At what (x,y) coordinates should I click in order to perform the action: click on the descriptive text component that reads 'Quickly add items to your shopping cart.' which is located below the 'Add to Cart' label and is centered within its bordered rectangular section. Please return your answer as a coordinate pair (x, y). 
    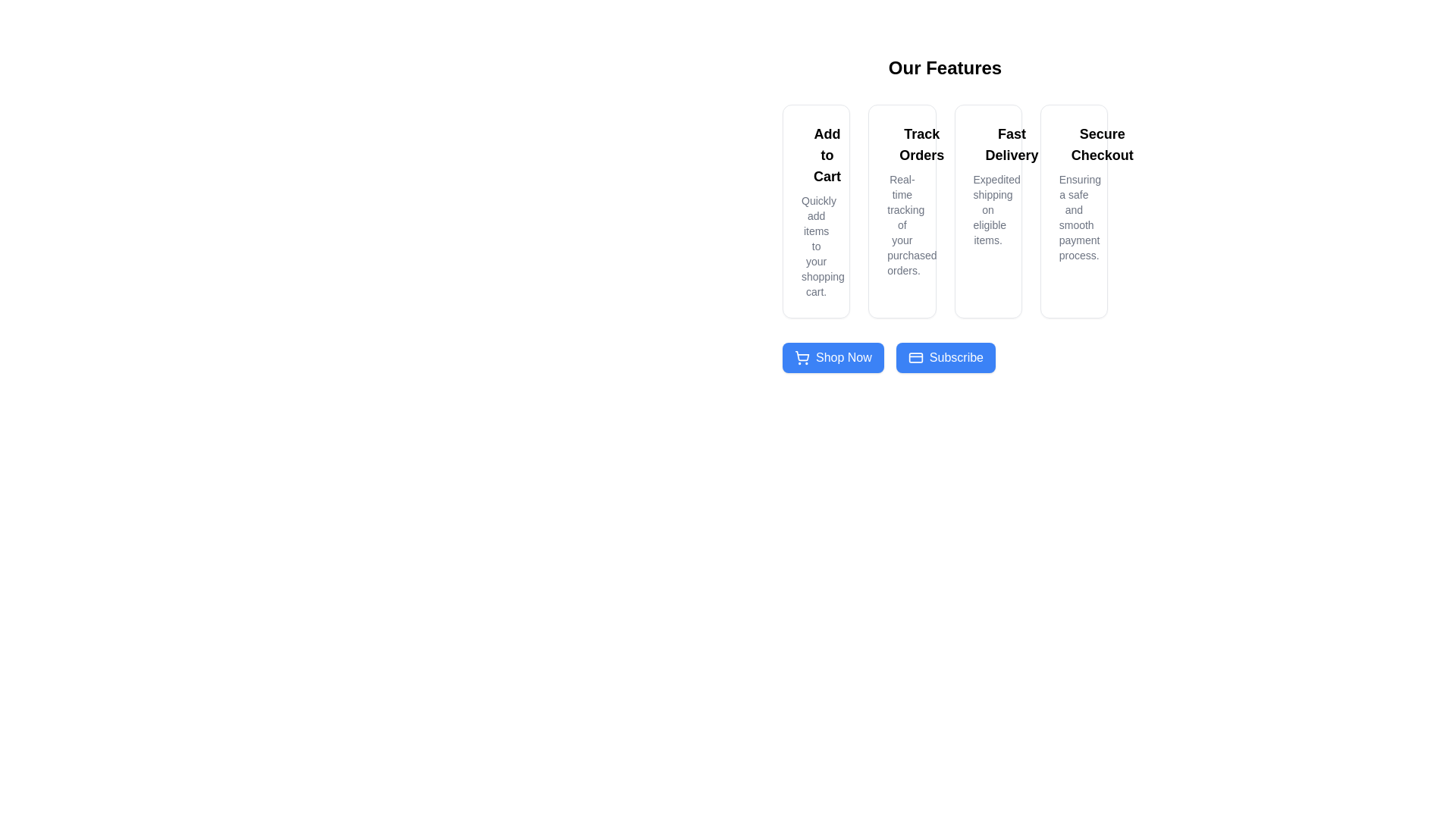
    Looking at the image, I should click on (815, 245).